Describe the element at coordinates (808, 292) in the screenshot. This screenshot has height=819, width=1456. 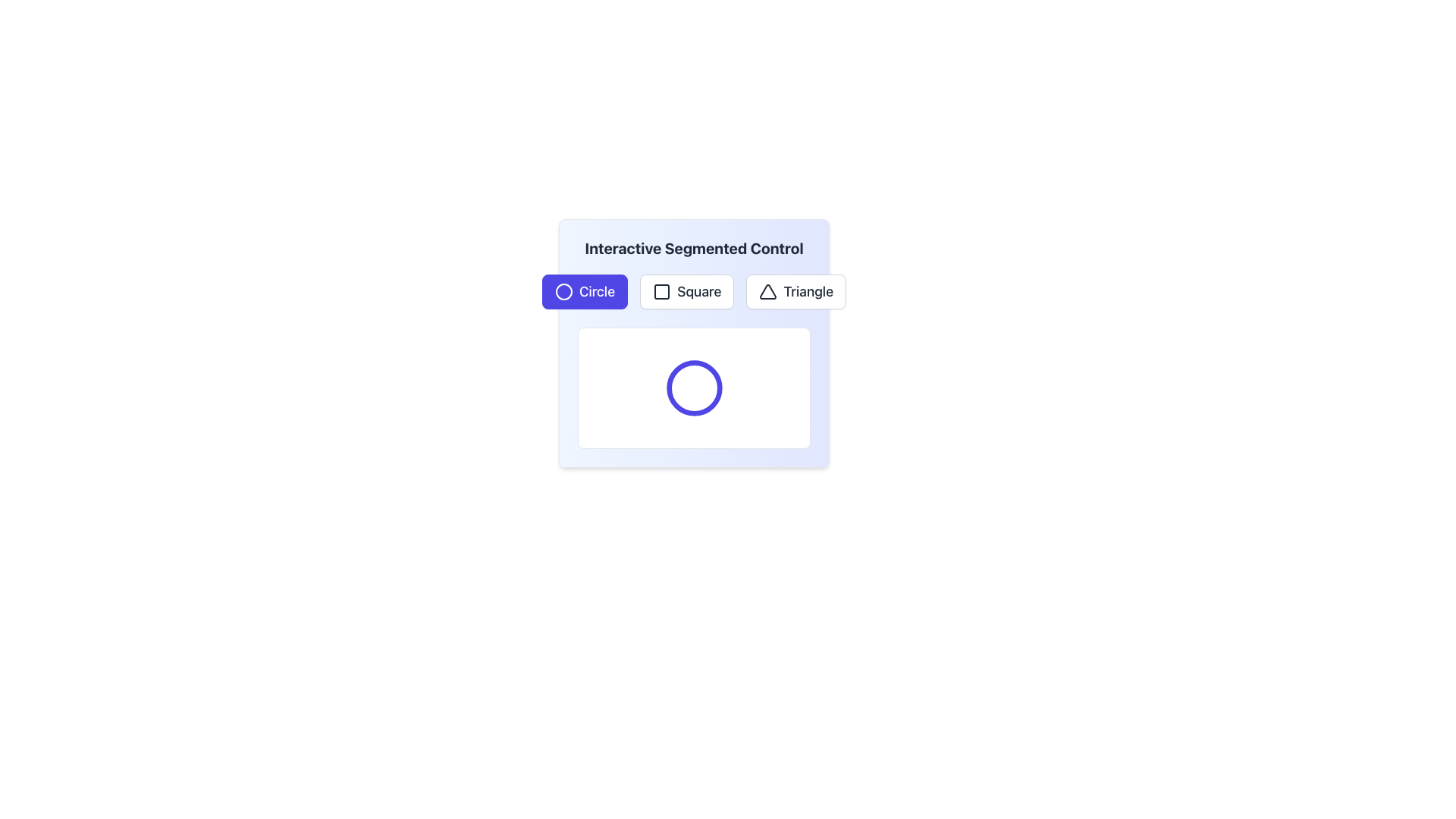
I see `the text content of the third text label that reads 'Triangle', positioned within a horizontal segment control widget` at that location.